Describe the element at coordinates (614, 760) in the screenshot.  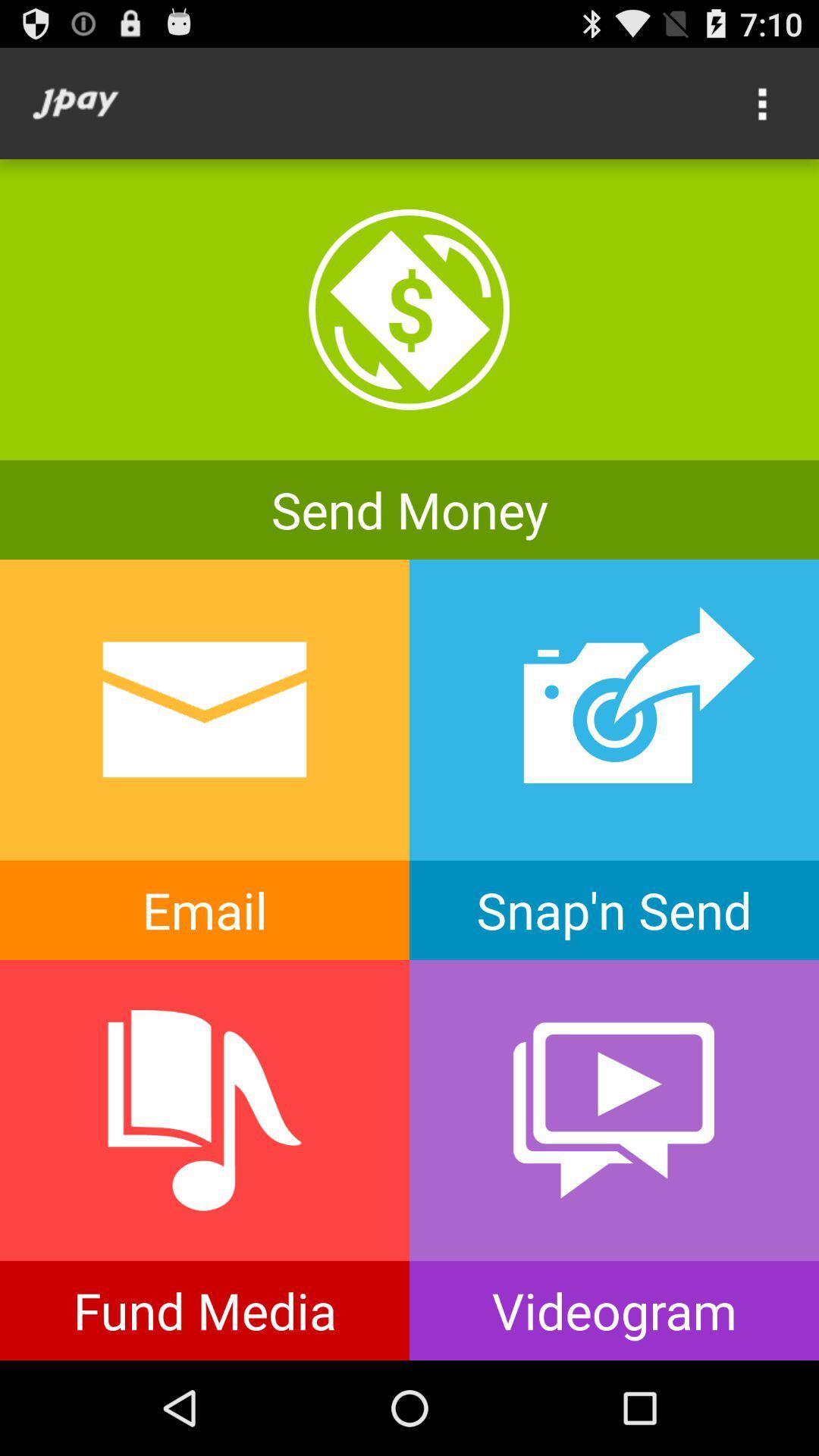
I see `take and send photo` at that location.